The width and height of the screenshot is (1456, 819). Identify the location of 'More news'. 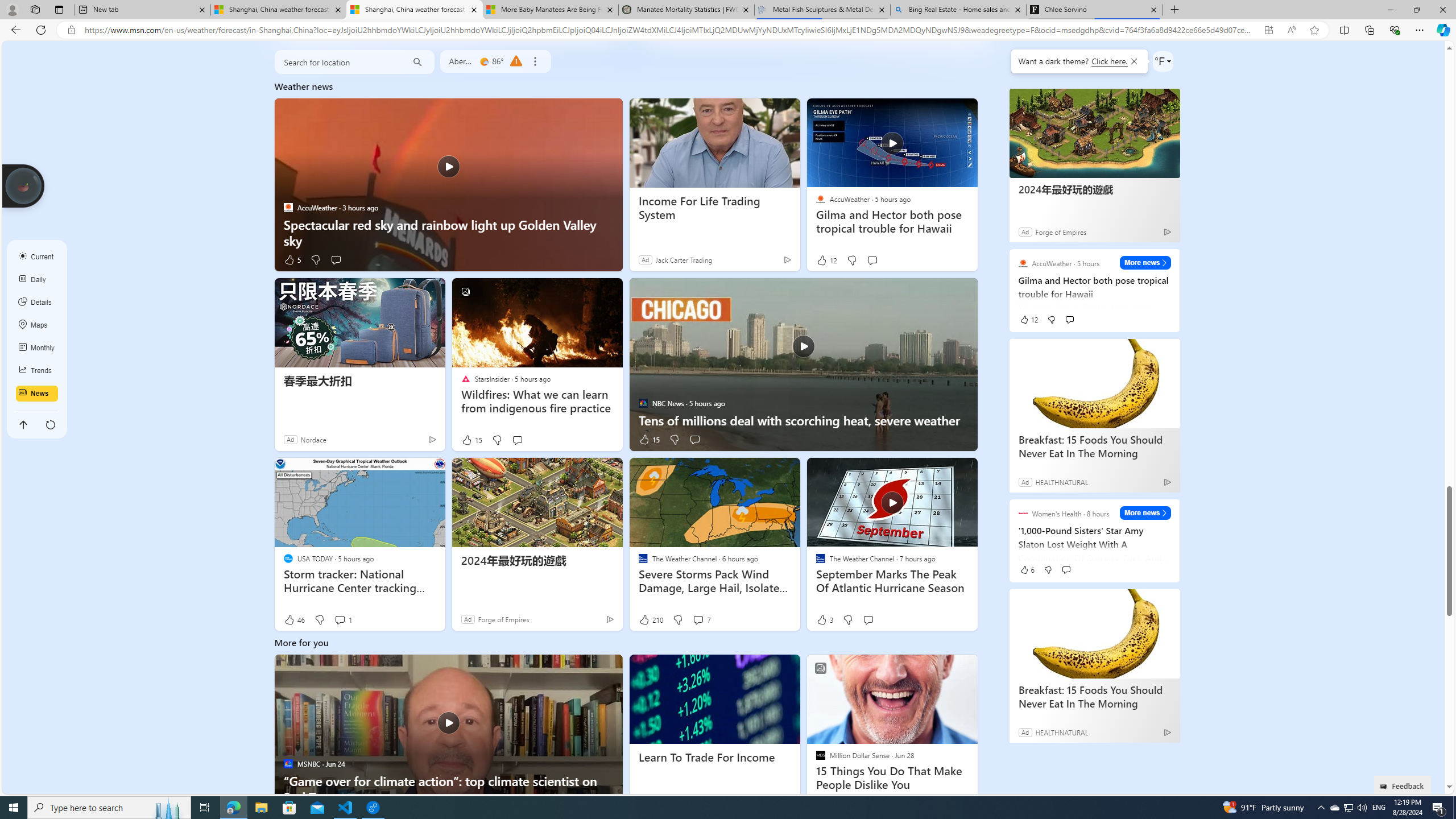
(1145, 512).